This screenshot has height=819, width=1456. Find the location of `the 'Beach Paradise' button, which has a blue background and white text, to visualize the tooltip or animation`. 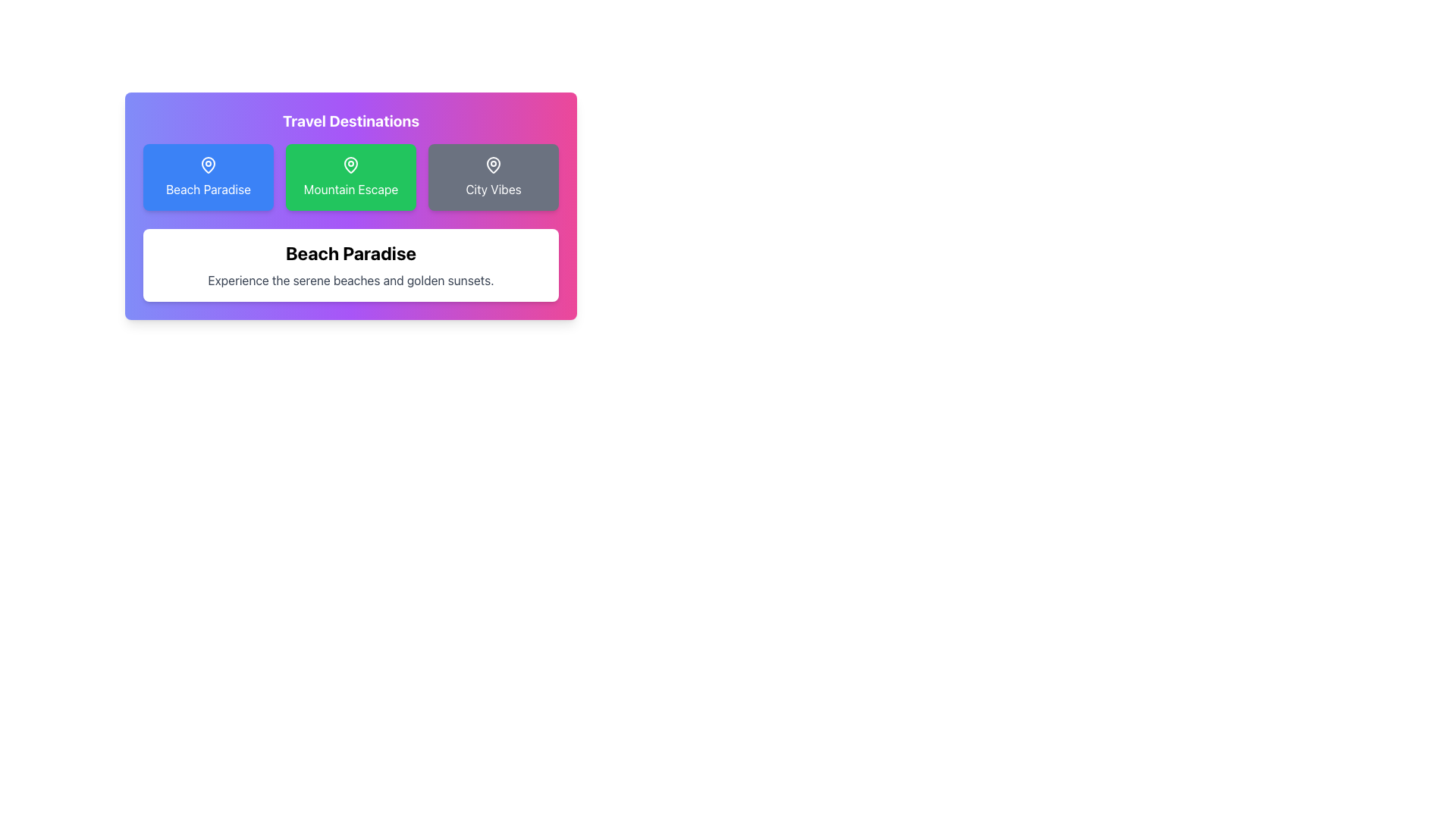

the 'Beach Paradise' button, which has a blue background and white text, to visualize the tooltip or animation is located at coordinates (207, 177).